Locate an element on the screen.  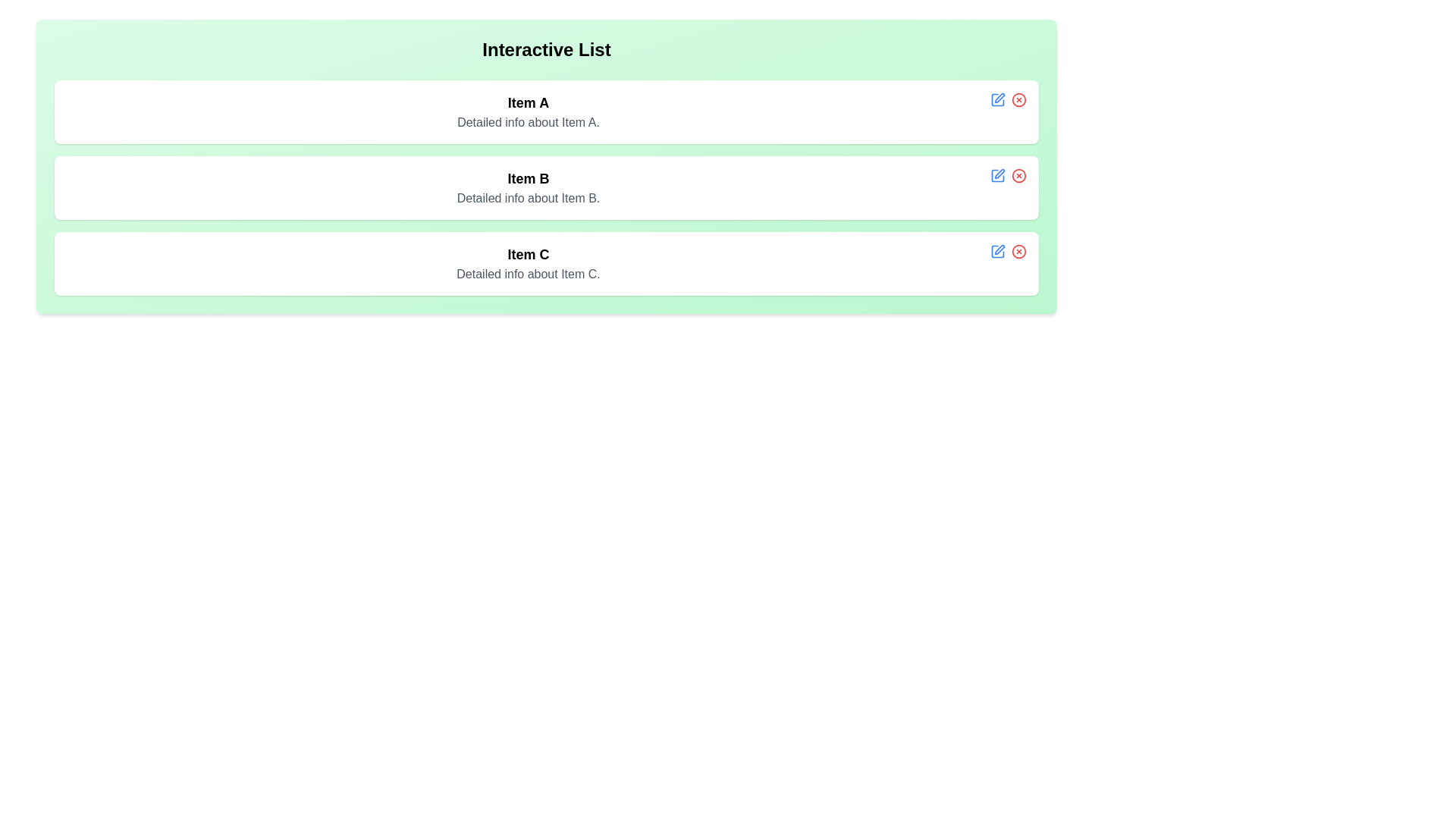
the Circle element of the delete button in the 'Item B' row, which is part of an SVG-based 'X' icon is located at coordinates (1019, 174).